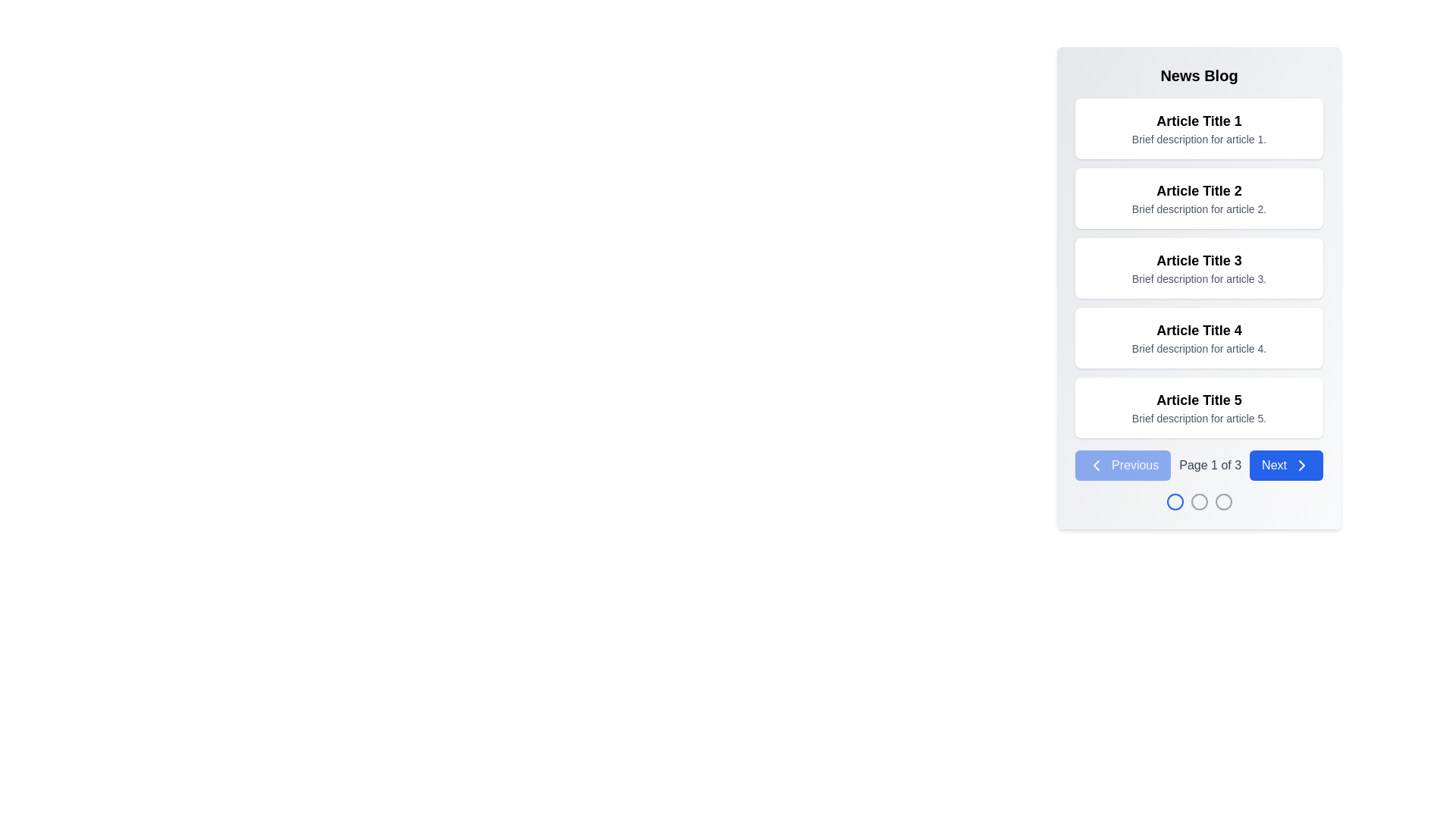 This screenshot has height=819, width=1456. Describe the element at coordinates (1301, 464) in the screenshot. I see `the chevron icon` at that location.